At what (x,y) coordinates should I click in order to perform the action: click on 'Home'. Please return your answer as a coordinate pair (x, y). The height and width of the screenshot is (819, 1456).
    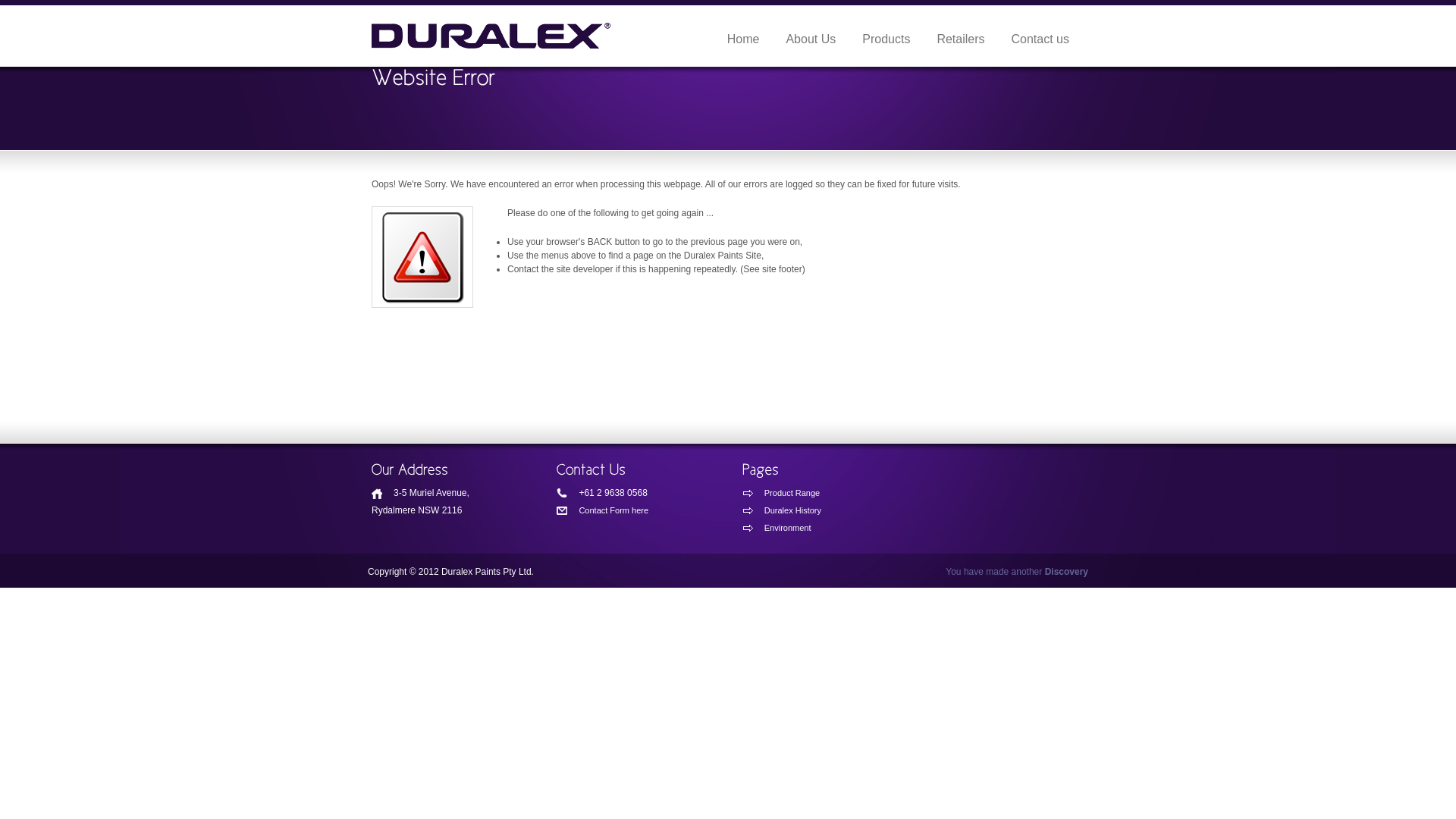
    Looking at the image, I should click on (743, 39).